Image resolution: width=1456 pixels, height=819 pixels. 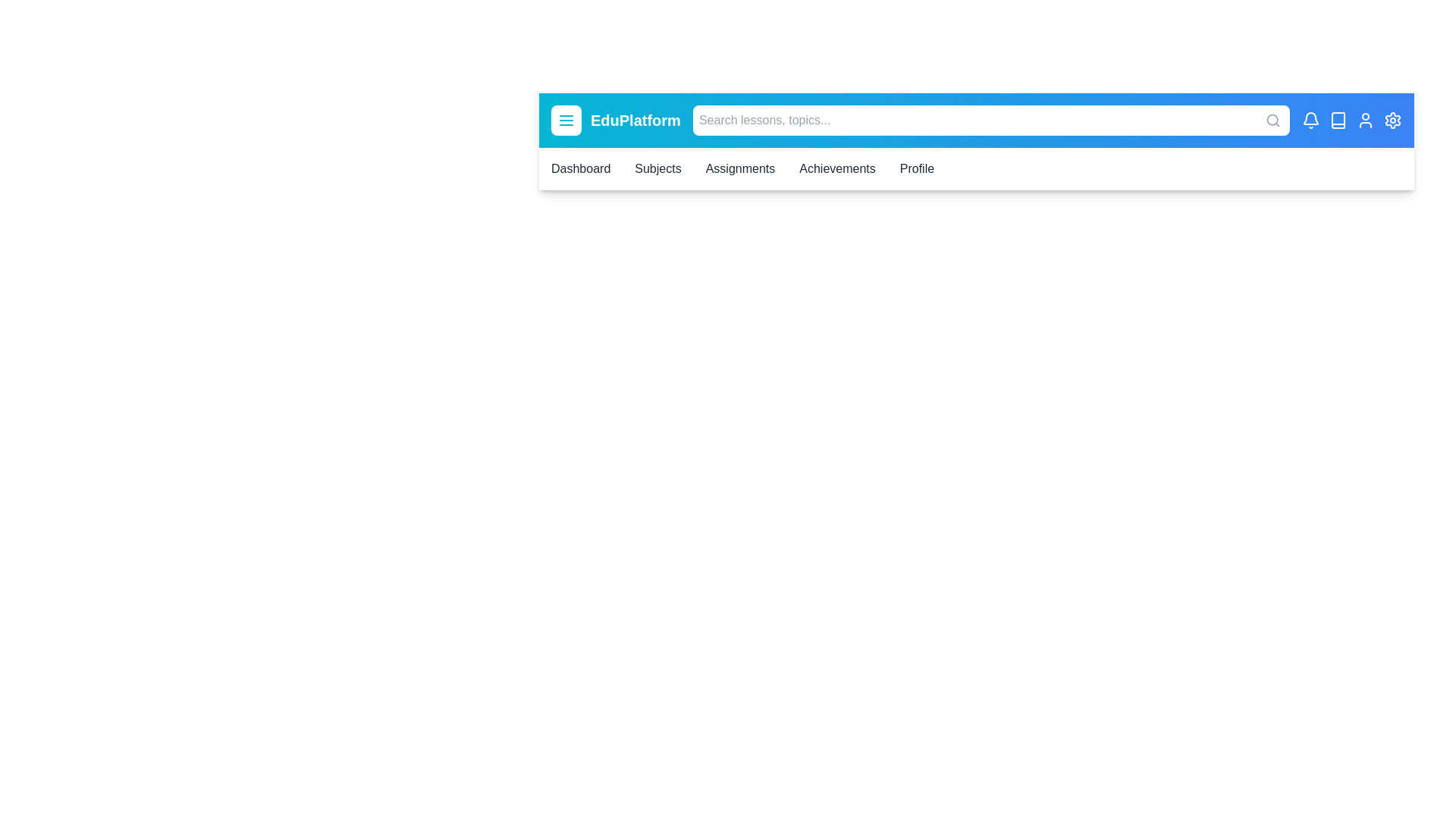 I want to click on the element notification_icon to reveal its hover effect, so click(x=1310, y=119).